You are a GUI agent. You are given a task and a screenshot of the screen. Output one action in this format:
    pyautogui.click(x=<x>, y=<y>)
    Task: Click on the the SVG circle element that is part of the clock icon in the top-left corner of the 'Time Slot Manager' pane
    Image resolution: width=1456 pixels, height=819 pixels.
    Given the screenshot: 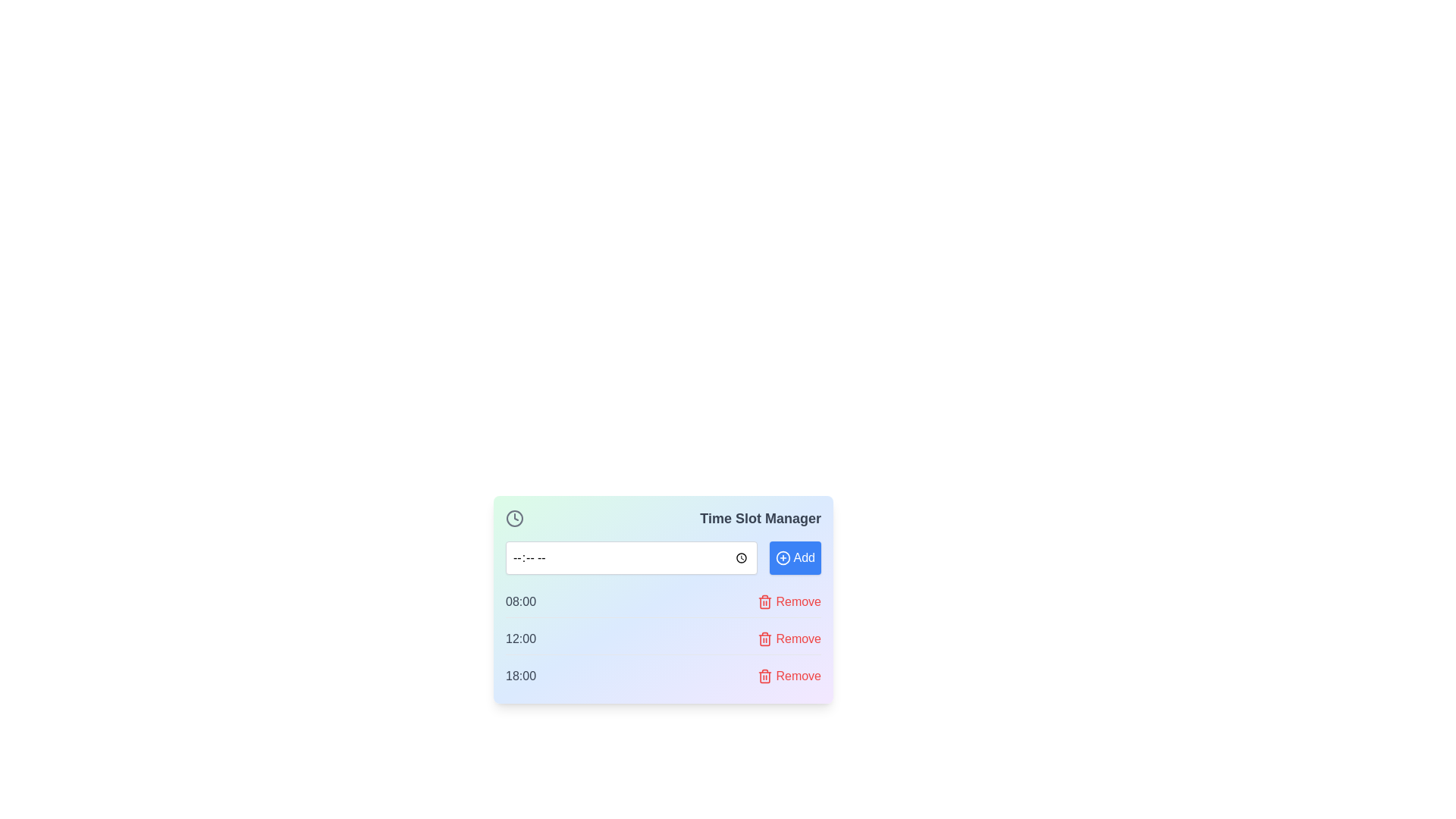 What is the action you would take?
    pyautogui.click(x=514, y=517)
    